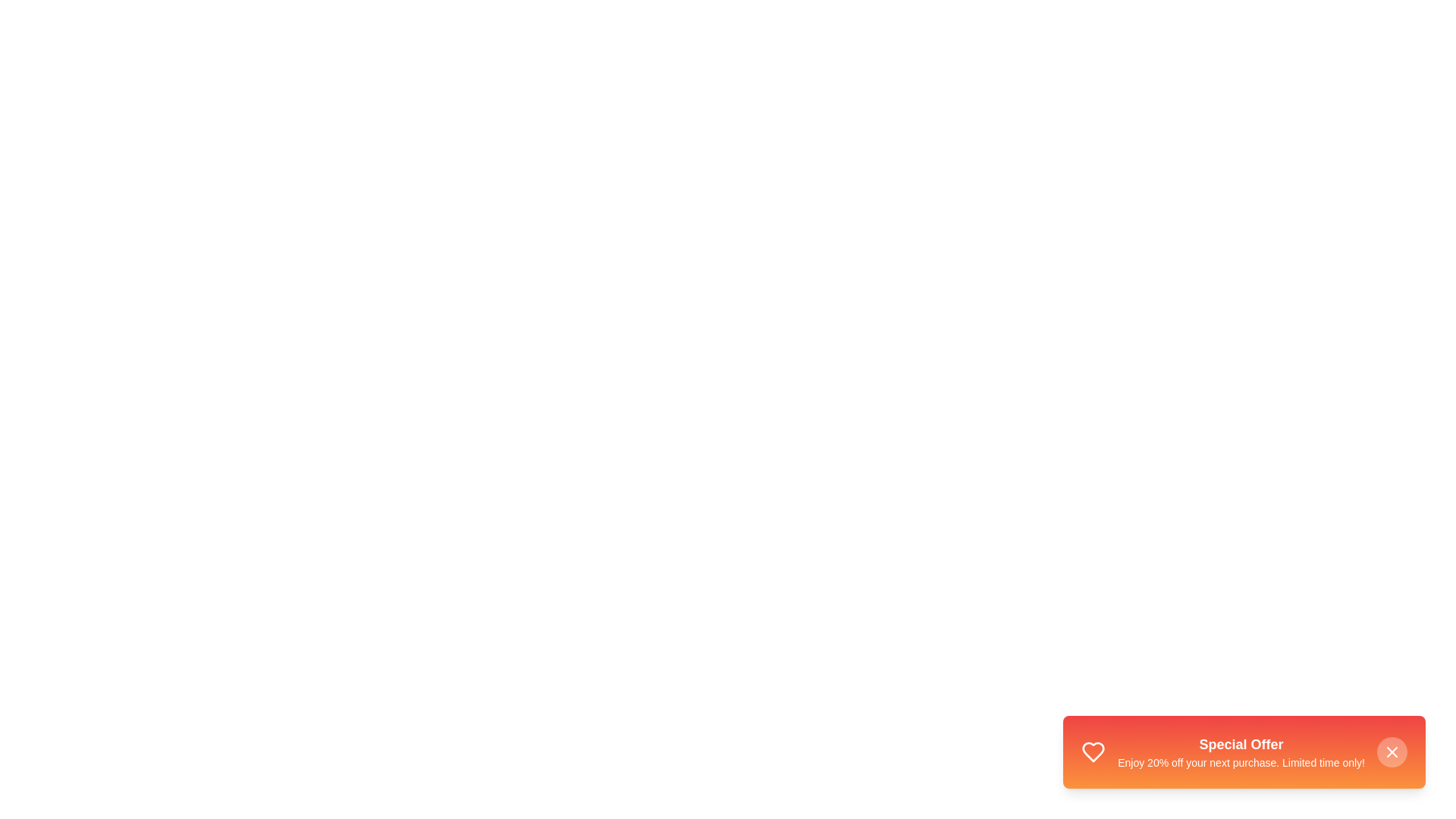 This screenshot has height=819, width=1456. I want to click on the snackbar to observe hover effects, so click(1244, 752).